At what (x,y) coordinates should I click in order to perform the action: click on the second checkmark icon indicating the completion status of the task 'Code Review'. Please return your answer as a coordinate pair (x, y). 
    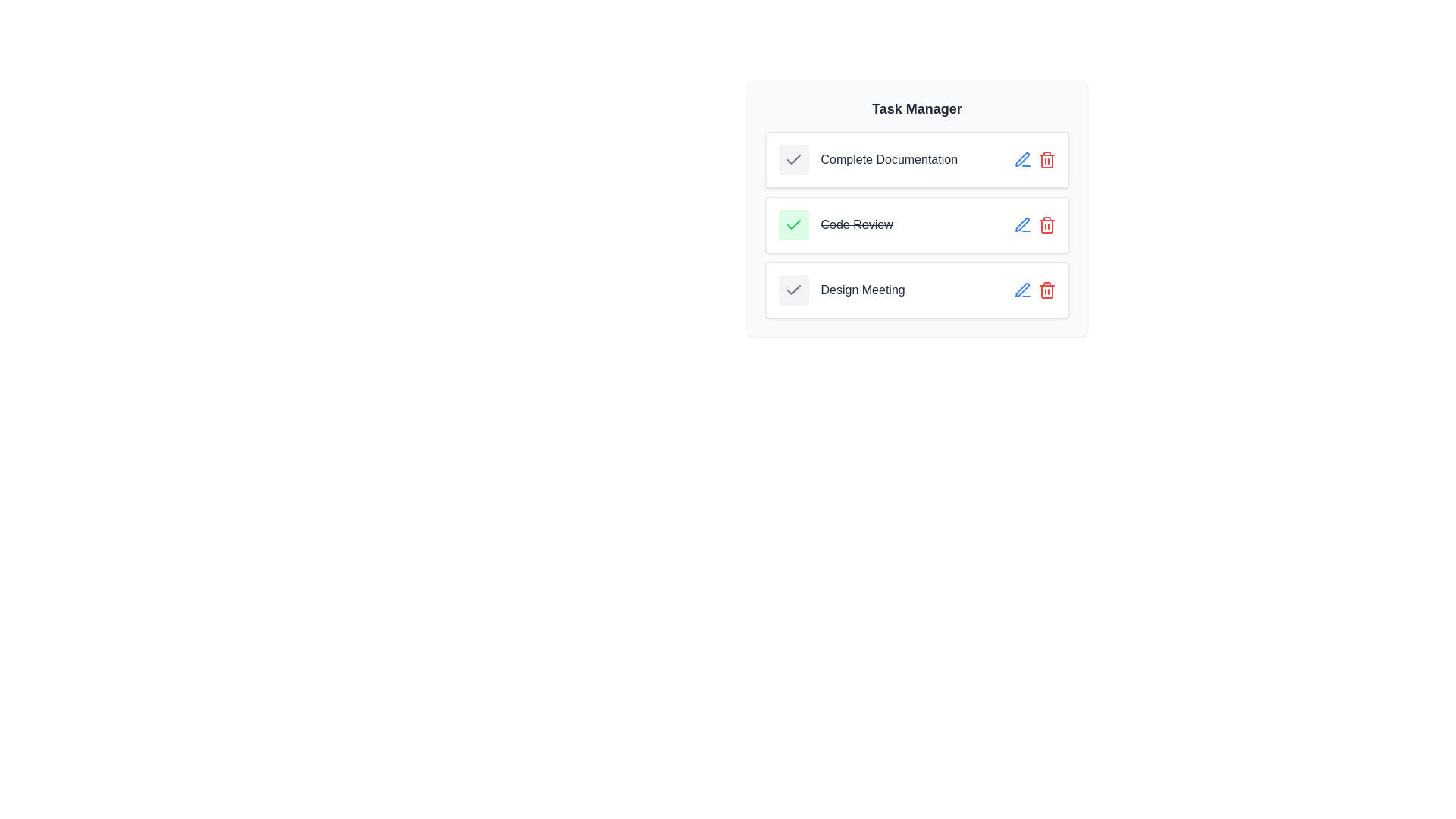
    Looking at the image, I should click on (792, 160).